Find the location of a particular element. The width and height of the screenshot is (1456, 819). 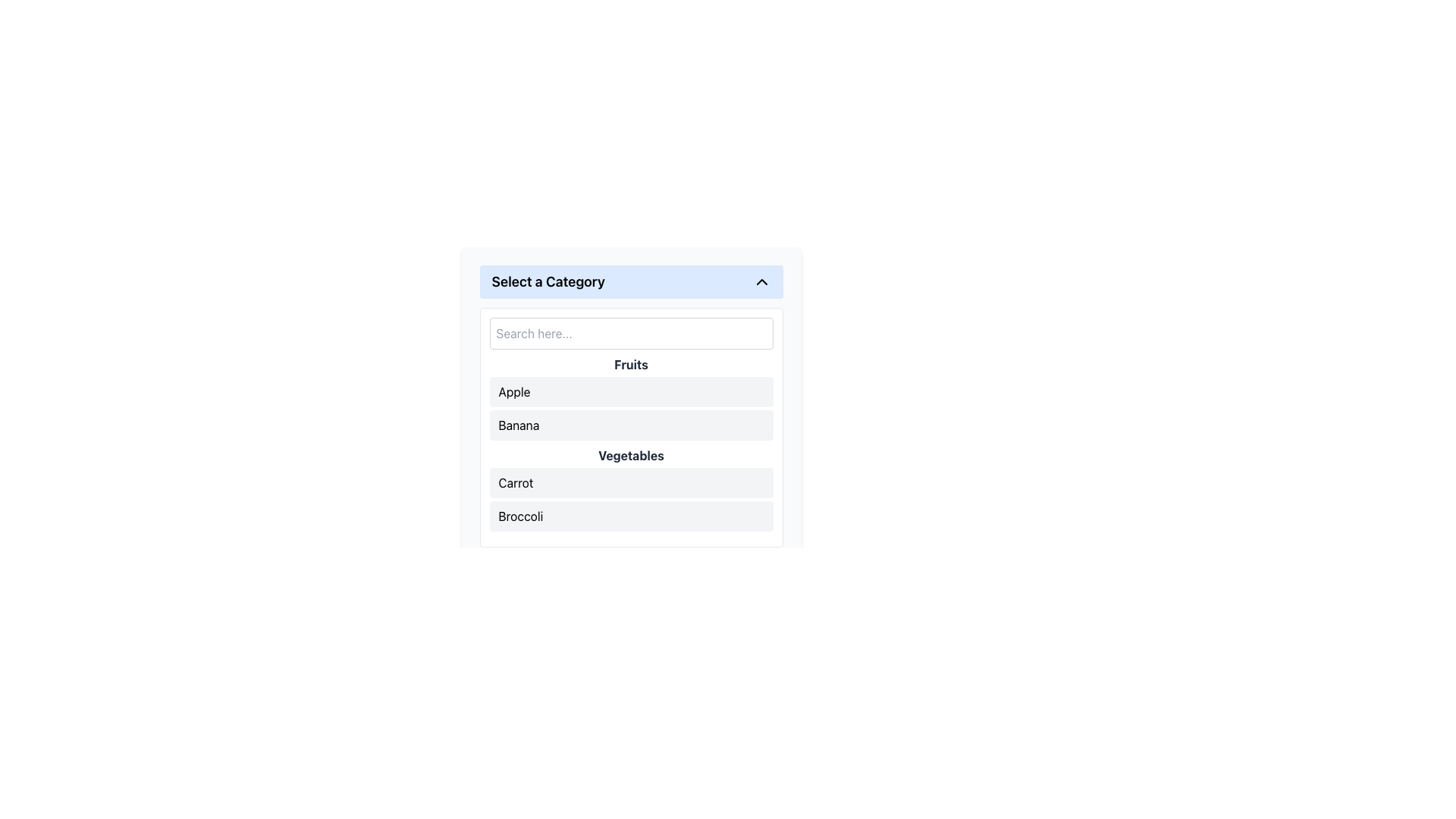

the 'Banana' selectable list item, which is the second item under the 'Fruits' category is located at coordinates (631, 425).